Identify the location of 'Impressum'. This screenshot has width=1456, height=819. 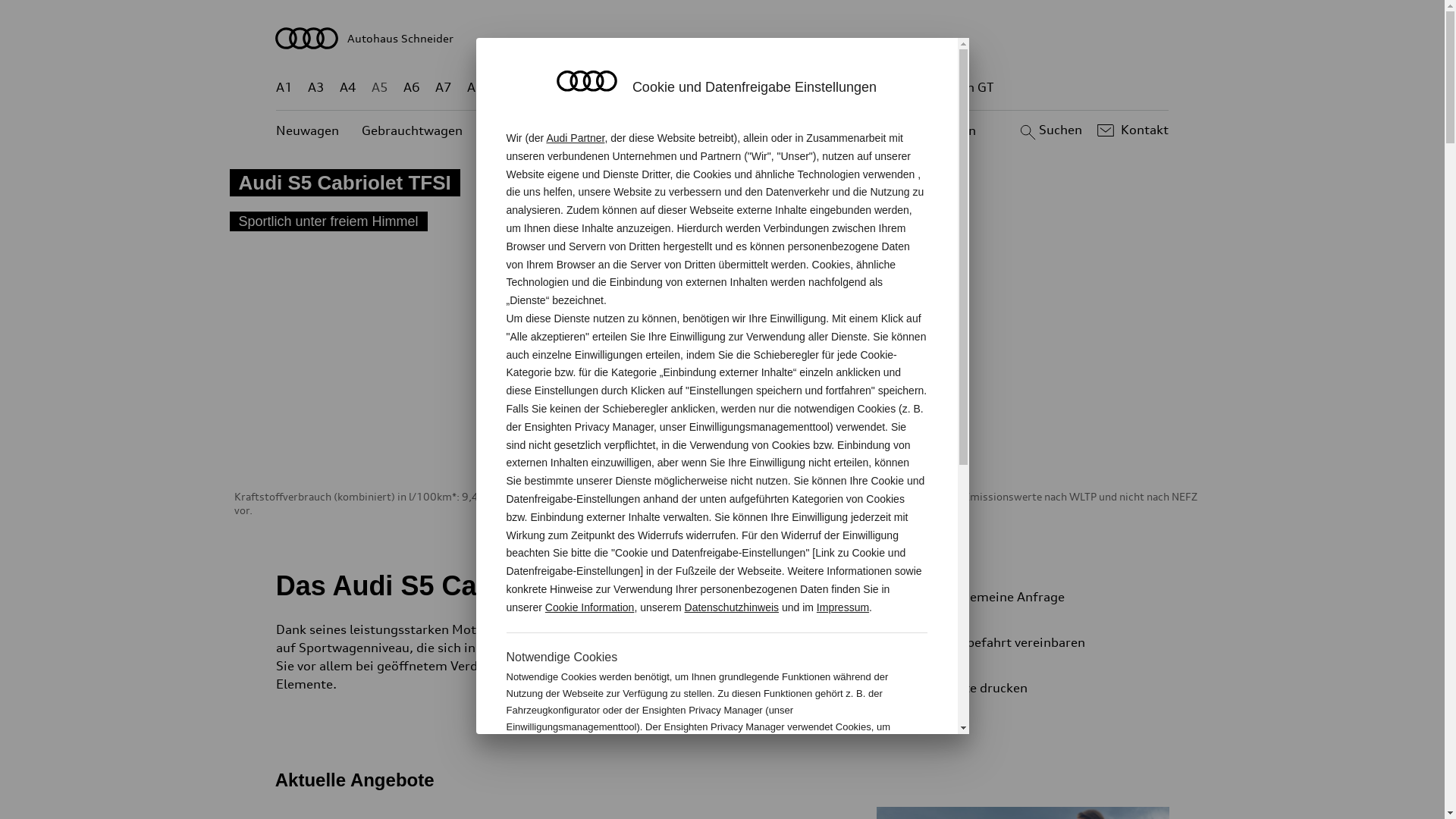
(842, 607).